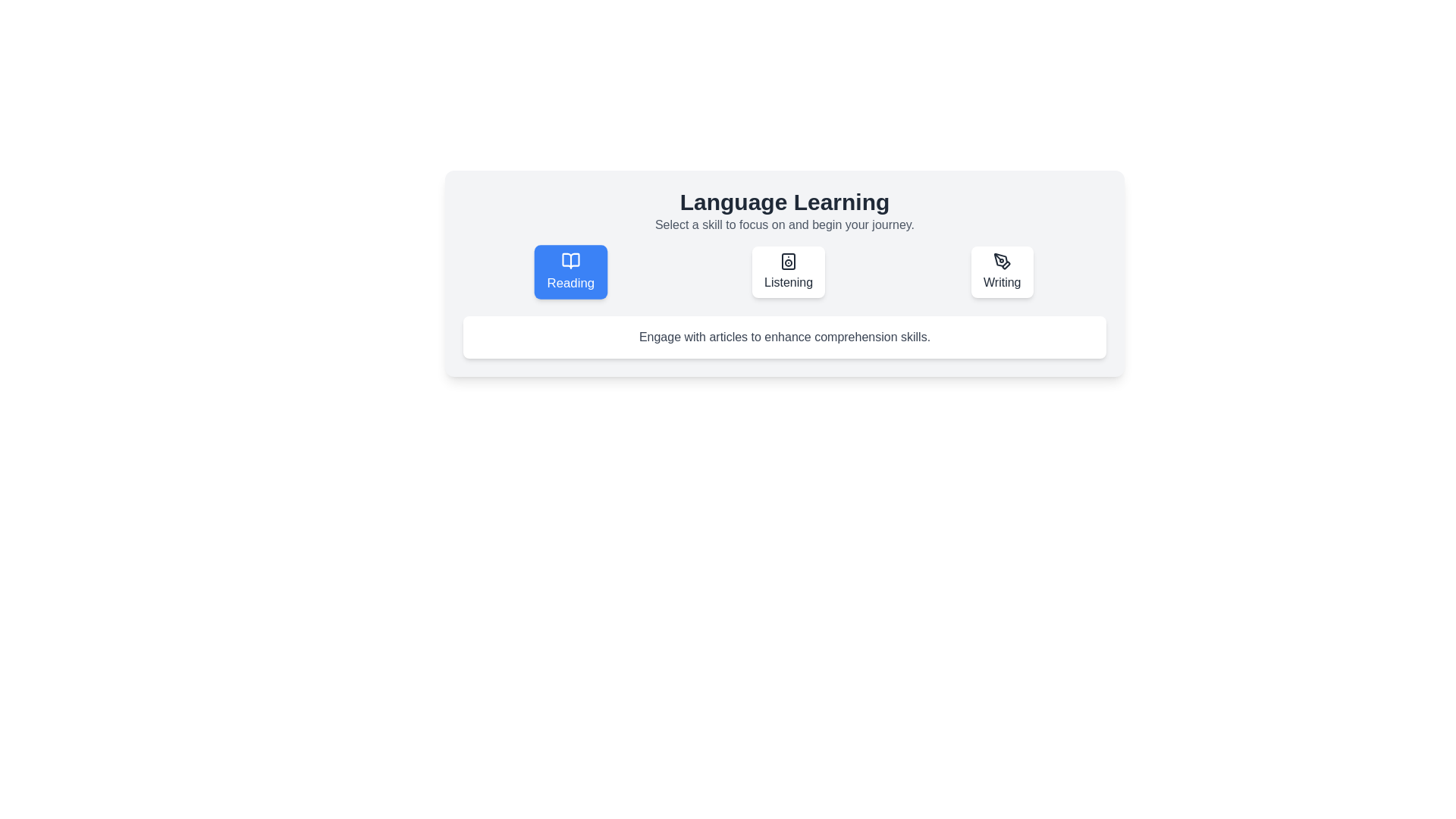 The width and height of the screenshot is (1456, 819). What do you see at coordinates (785, 274) in the screenshot?
I see `the second box in the row under the 'Language Learning' section` at bounding box center [785, 274].